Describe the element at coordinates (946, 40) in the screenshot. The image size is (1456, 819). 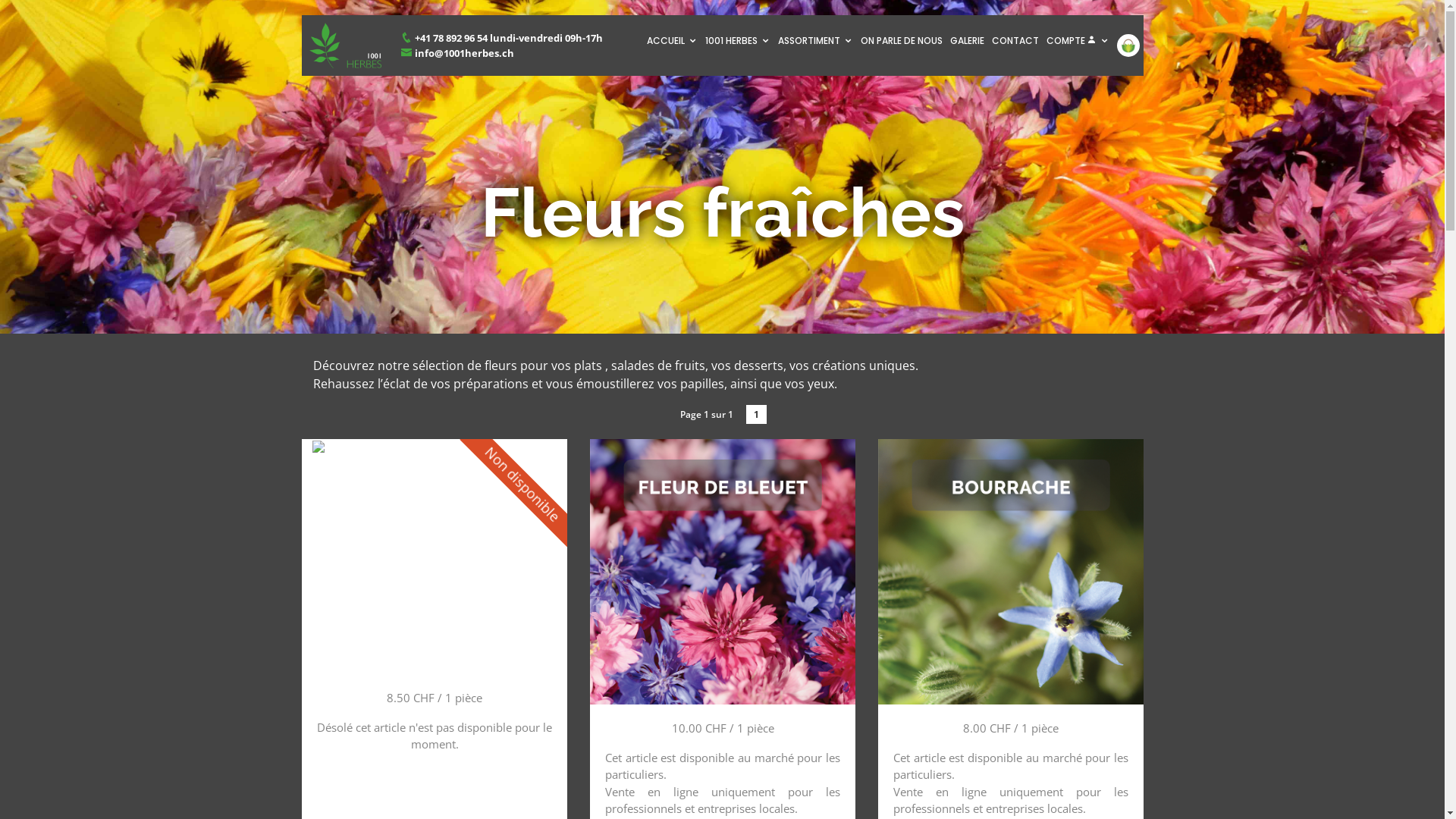
I see `'GALERIE'` at that location.